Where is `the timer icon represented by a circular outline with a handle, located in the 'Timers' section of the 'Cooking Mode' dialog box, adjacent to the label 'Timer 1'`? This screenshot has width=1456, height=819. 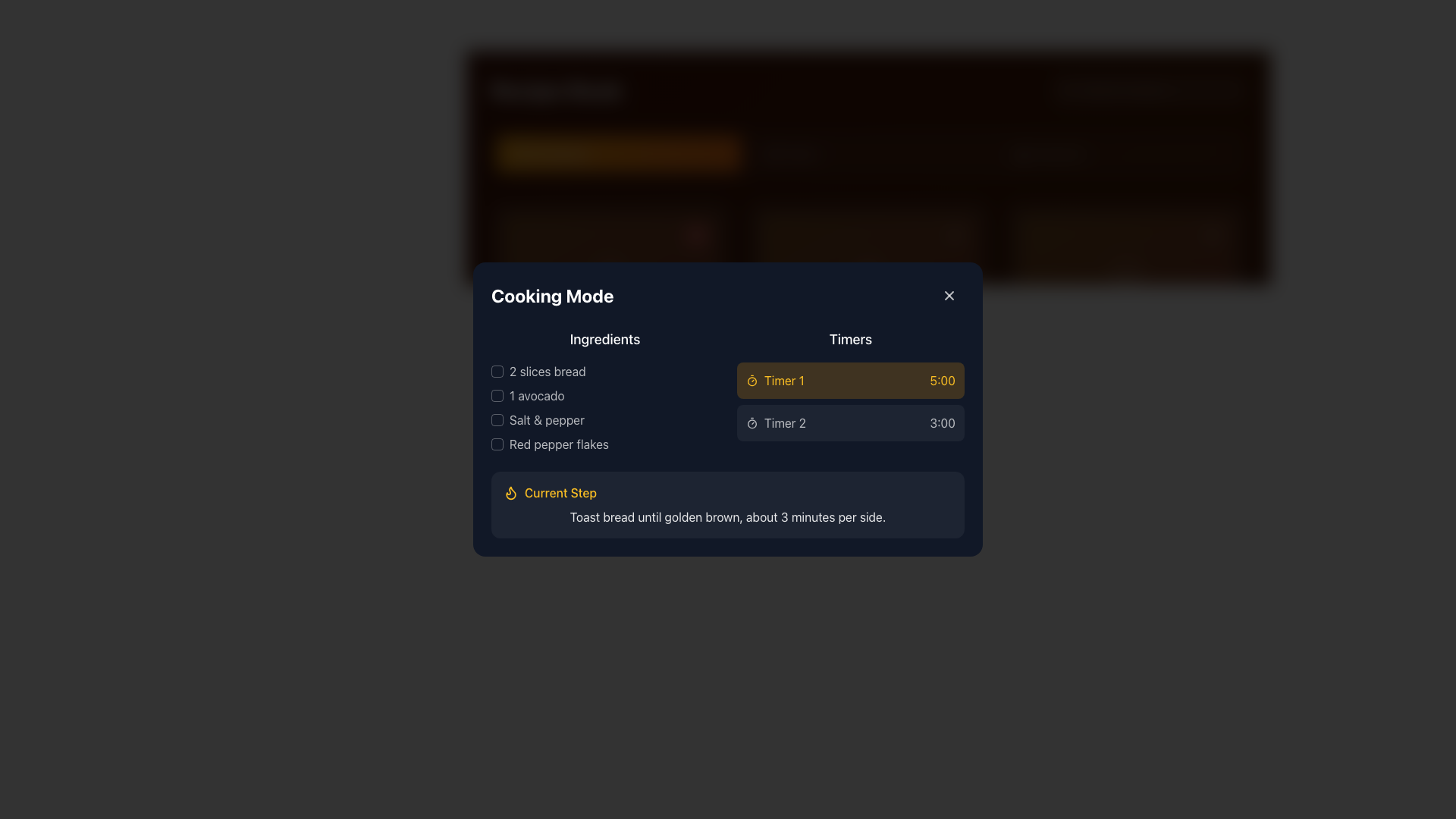 the timer icon represented by a circular outline with a handle, located in the 'Timers' section of the 'Cooking Mode' dialog box, adjacent to the label 'Timer 1' is located at coordinates (752, 379).